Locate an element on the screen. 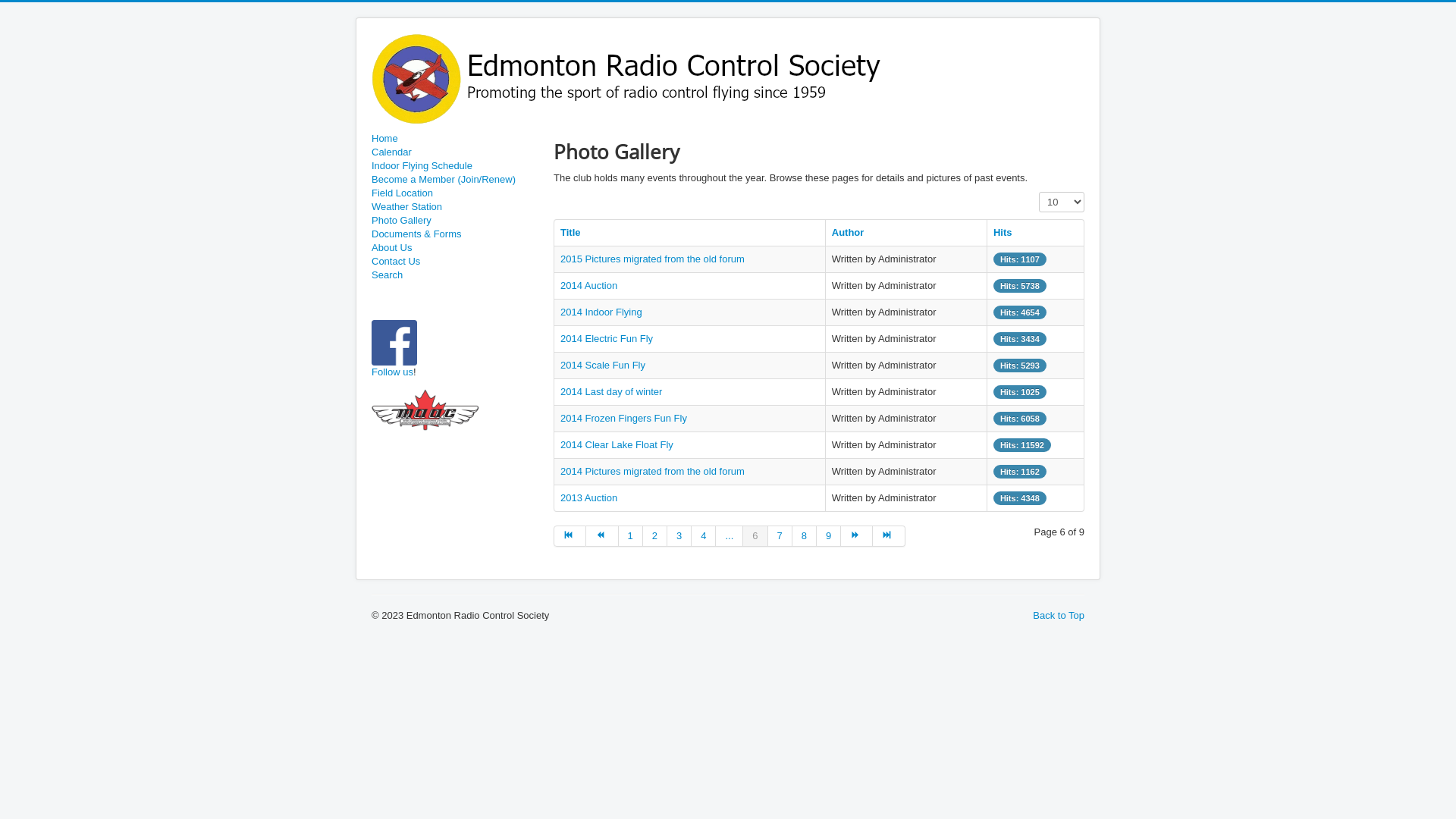 The width and height of the screenshot is (1456, 819). '2014 Frozen Fingers Fun Fly' is located at coordinates (623, 418).